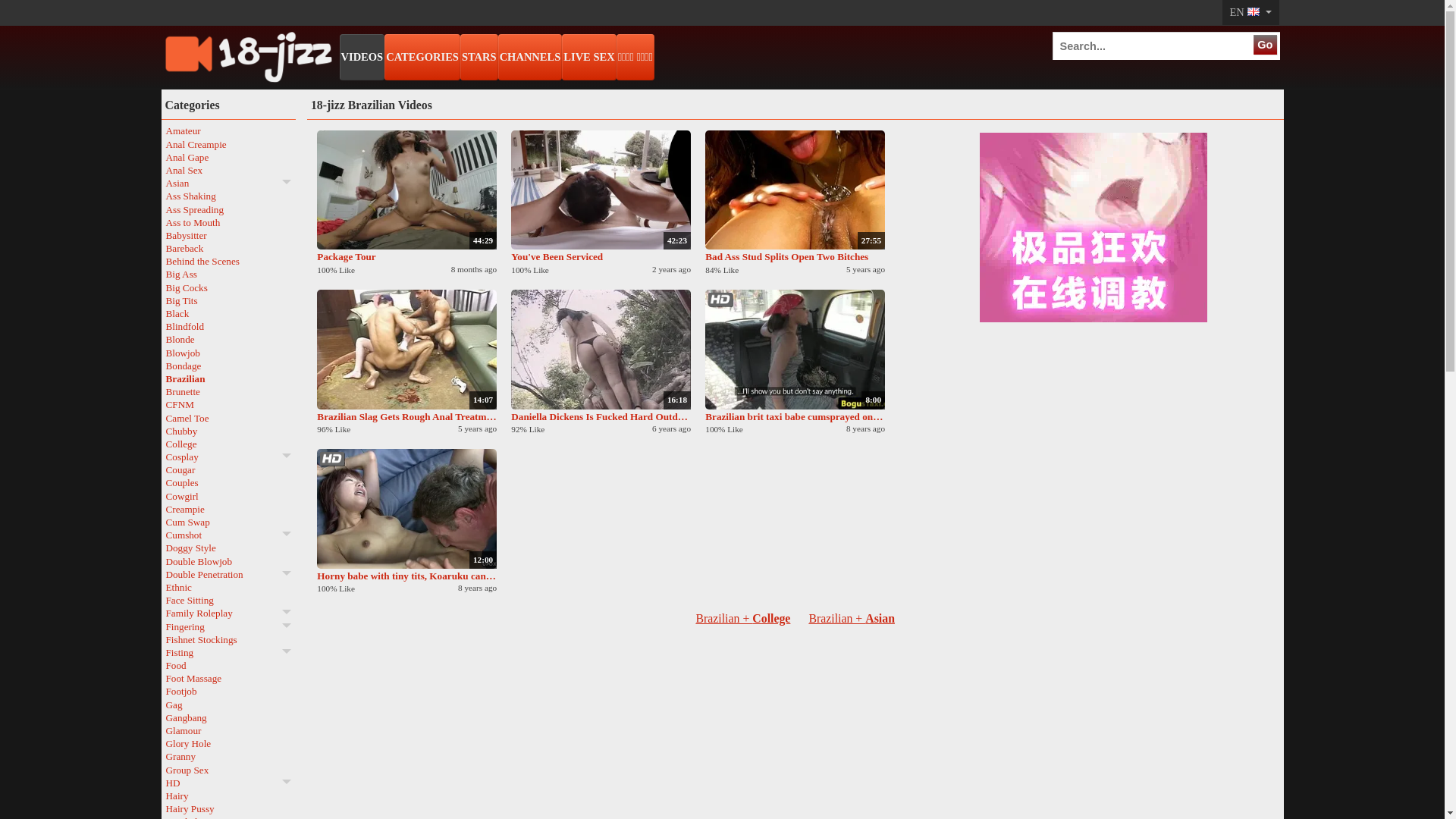 The width and height of the screenshot is (1456, 819). What do you see at coordinates (704, 350) in the screenshot?
I see `'8:00'` at bounding box center [704, 350].